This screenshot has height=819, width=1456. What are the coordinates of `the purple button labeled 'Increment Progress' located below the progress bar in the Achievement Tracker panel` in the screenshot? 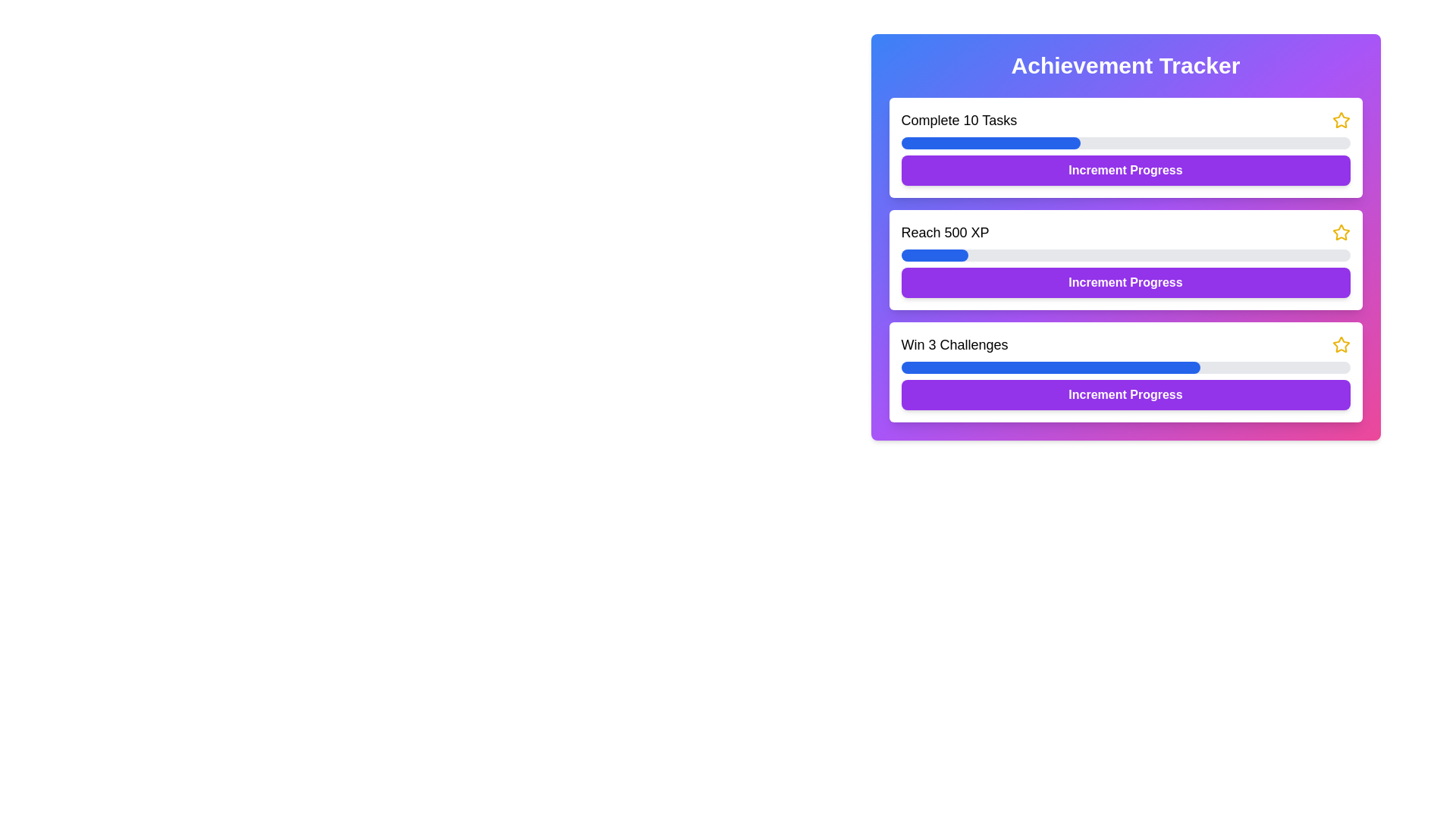 It's located at (1125, 394).